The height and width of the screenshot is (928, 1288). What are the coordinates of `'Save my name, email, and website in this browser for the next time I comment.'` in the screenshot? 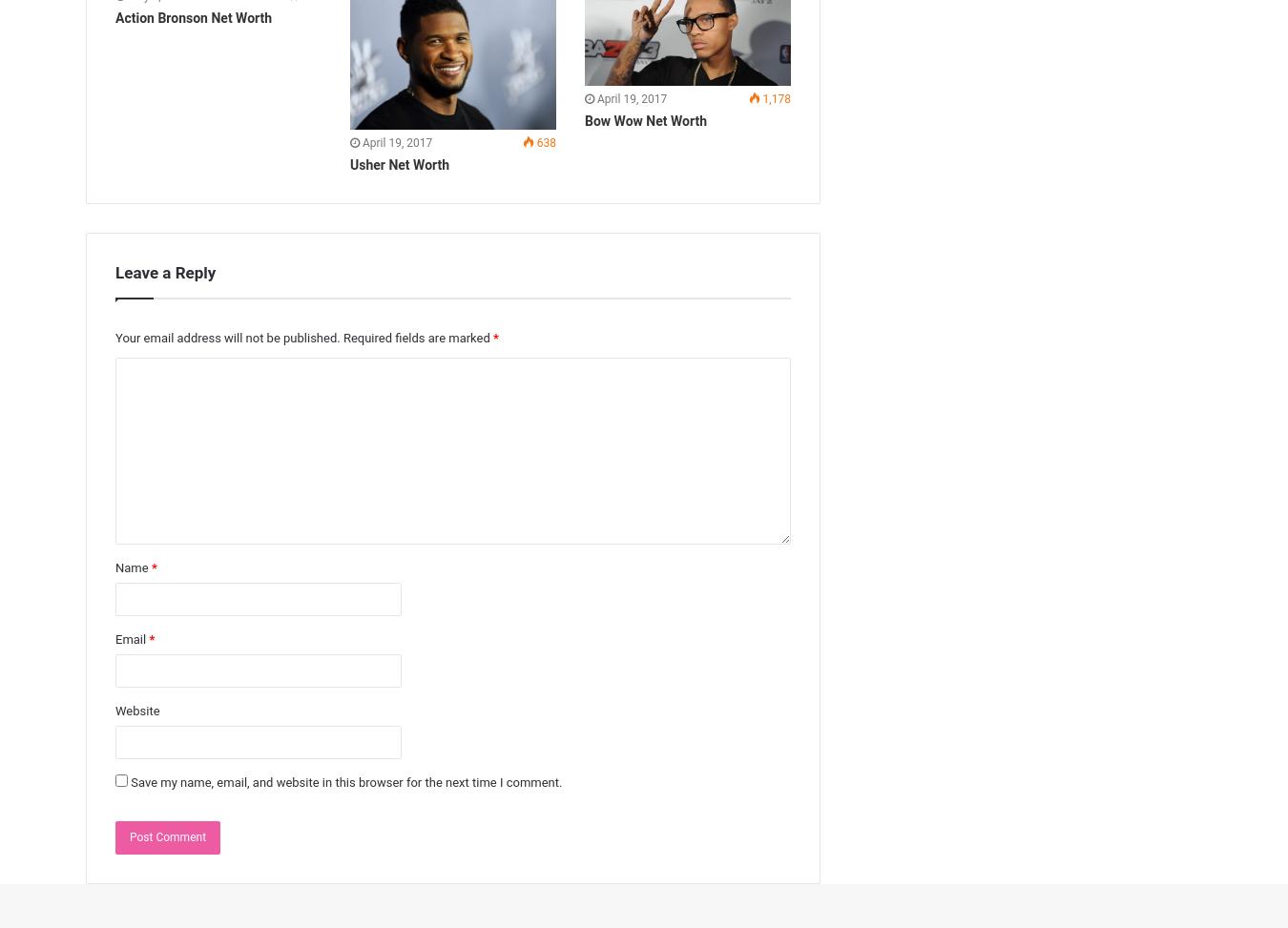 It's located at (346, 781).